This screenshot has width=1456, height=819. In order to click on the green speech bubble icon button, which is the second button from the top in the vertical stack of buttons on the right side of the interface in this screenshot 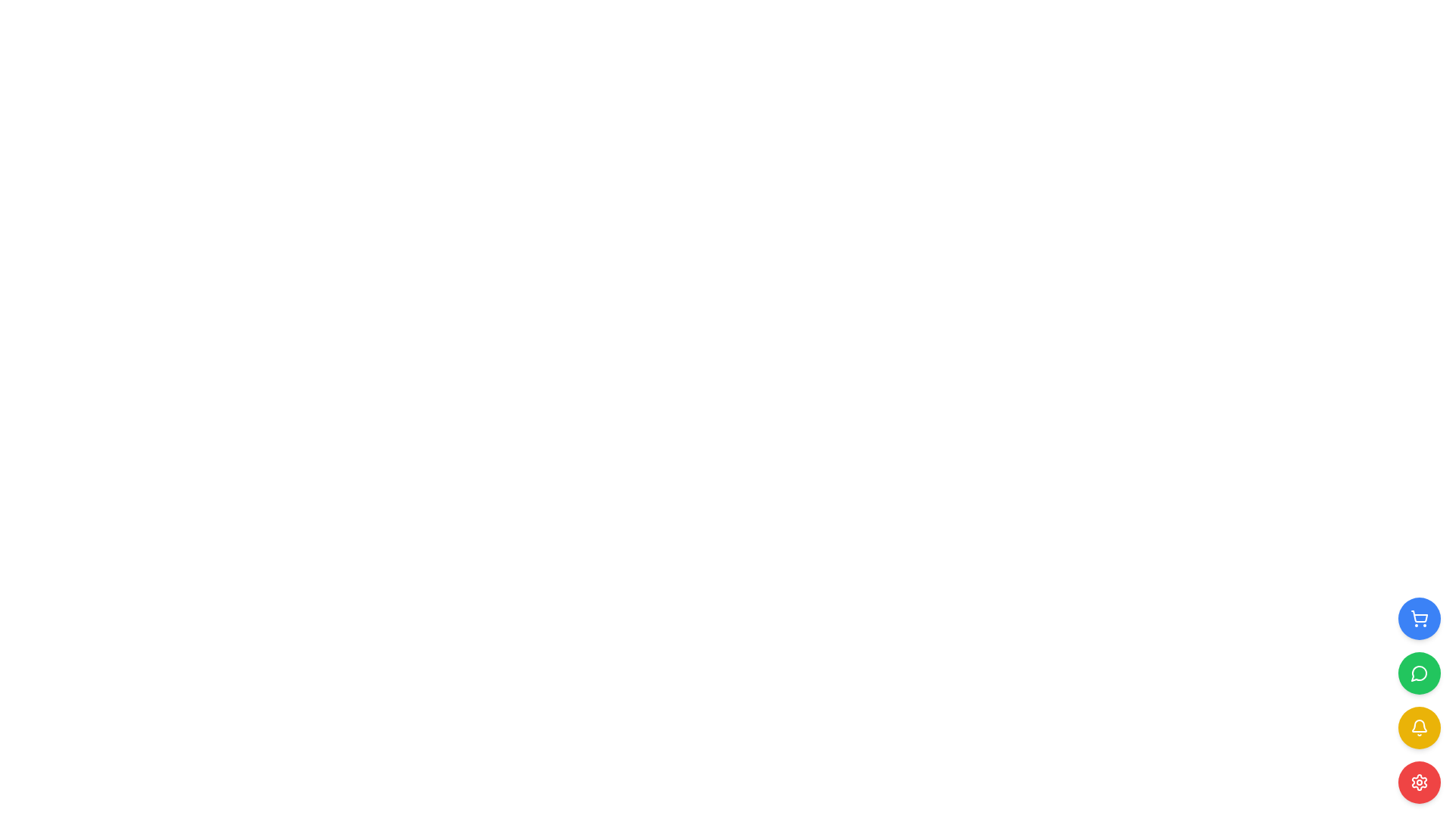, I will do `click(1419, 672)`.